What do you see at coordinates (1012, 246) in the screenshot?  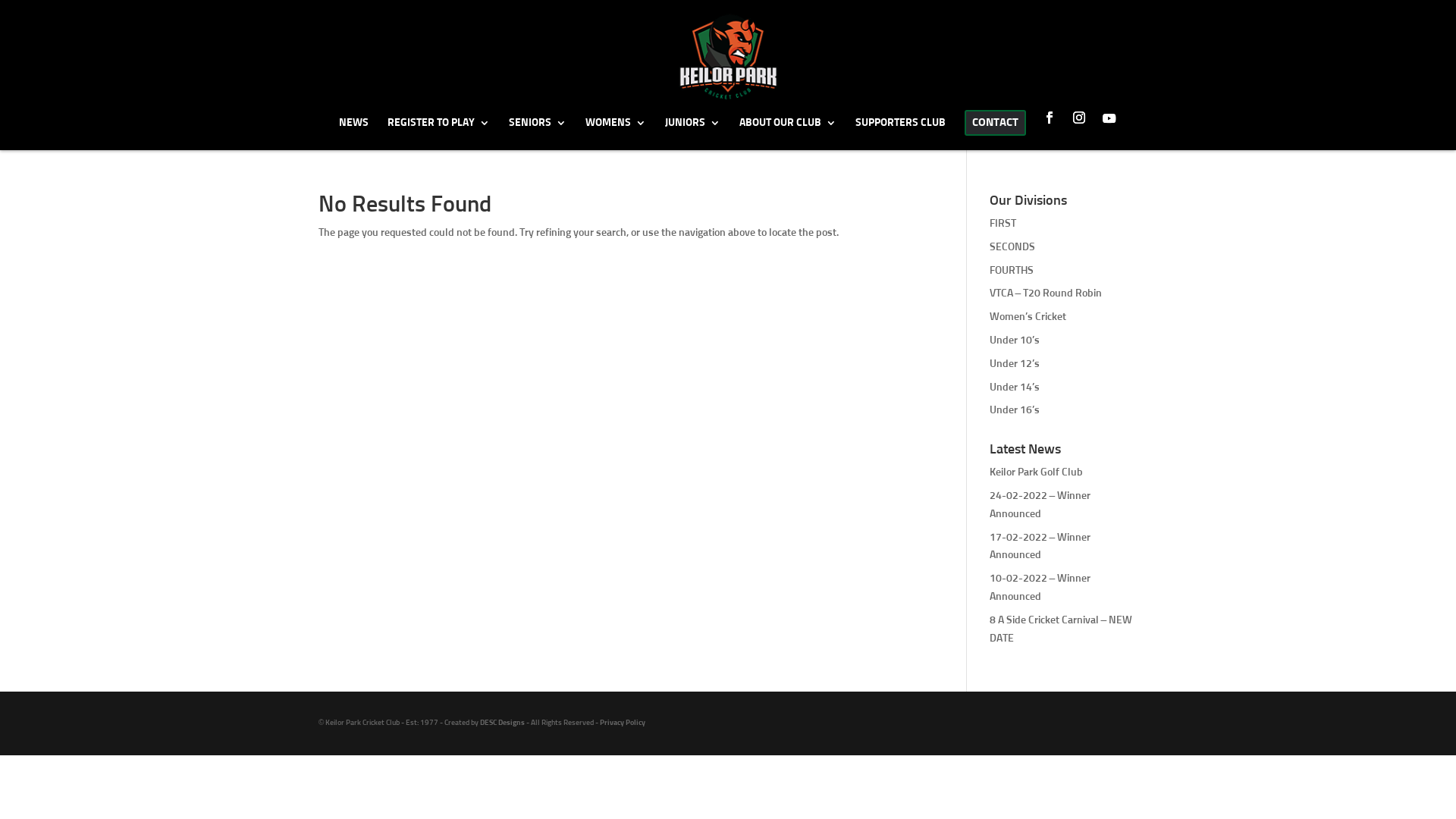 I see `'SECONDS'` at bounding box center [1012, 246].